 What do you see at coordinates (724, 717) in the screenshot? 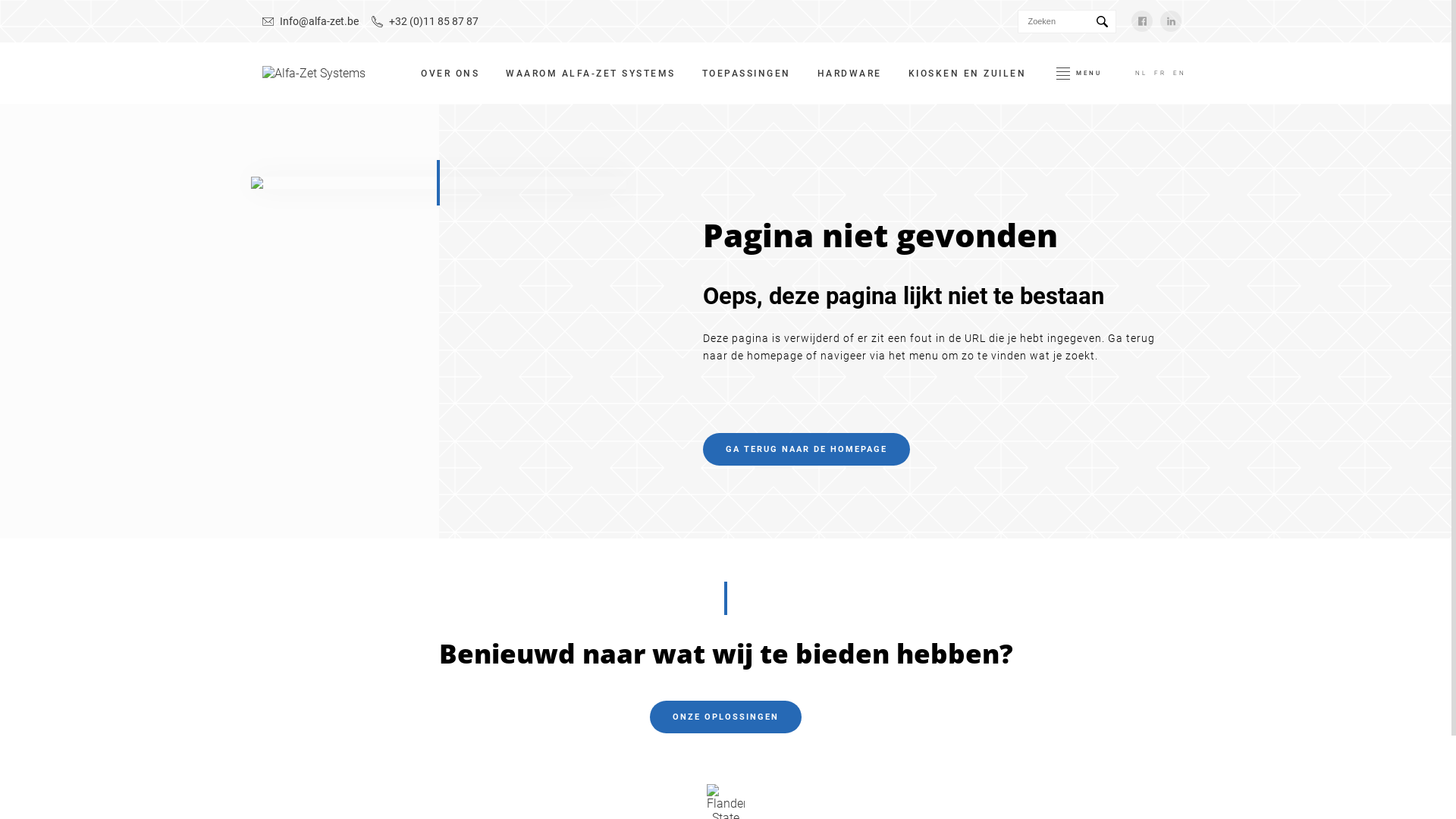
I see `'ONZE OPLOSSINGEN'` at bounding box center [724, 717].